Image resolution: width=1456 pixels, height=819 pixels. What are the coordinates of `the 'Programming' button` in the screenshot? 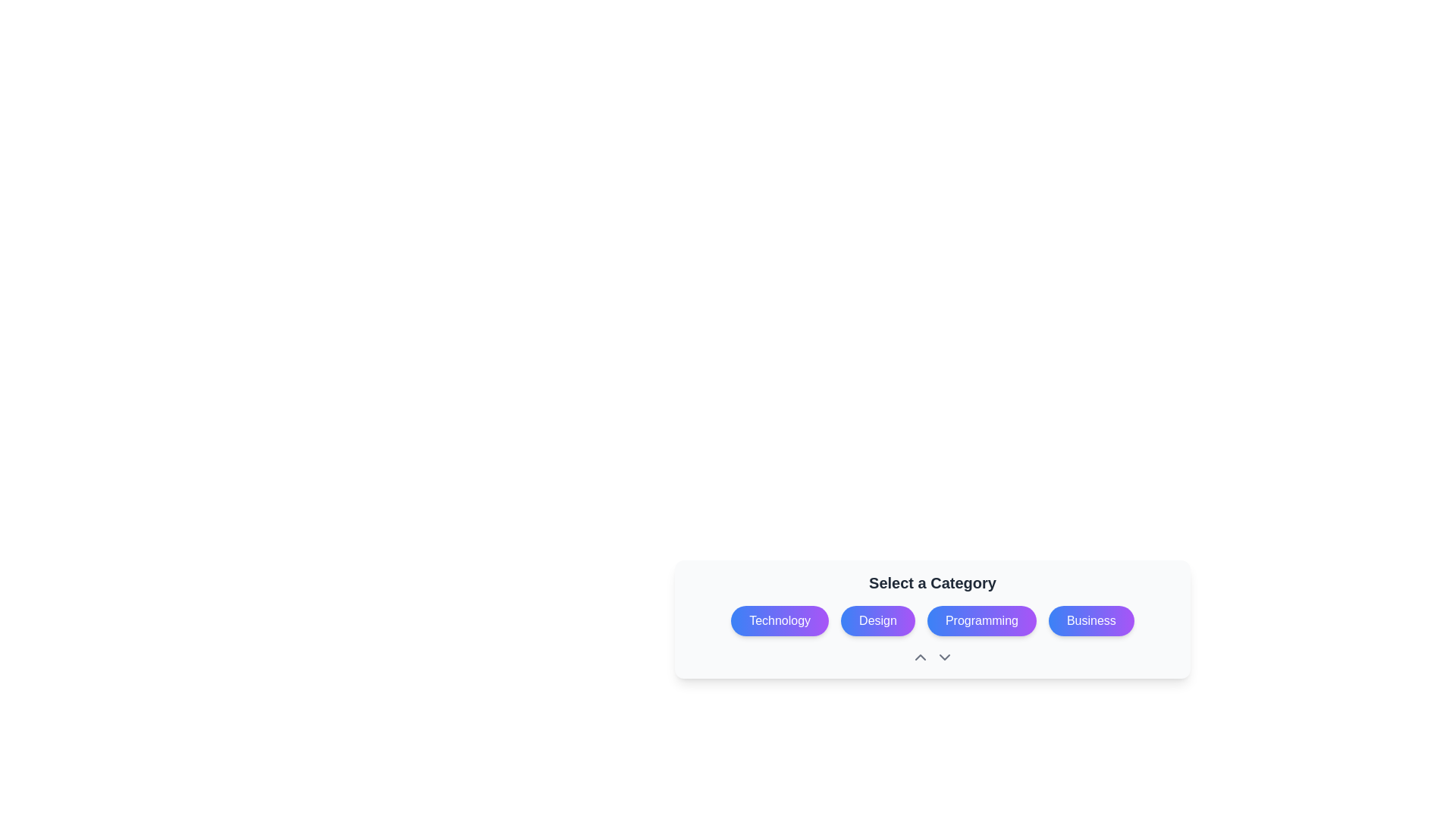 It's located at (931, 620).